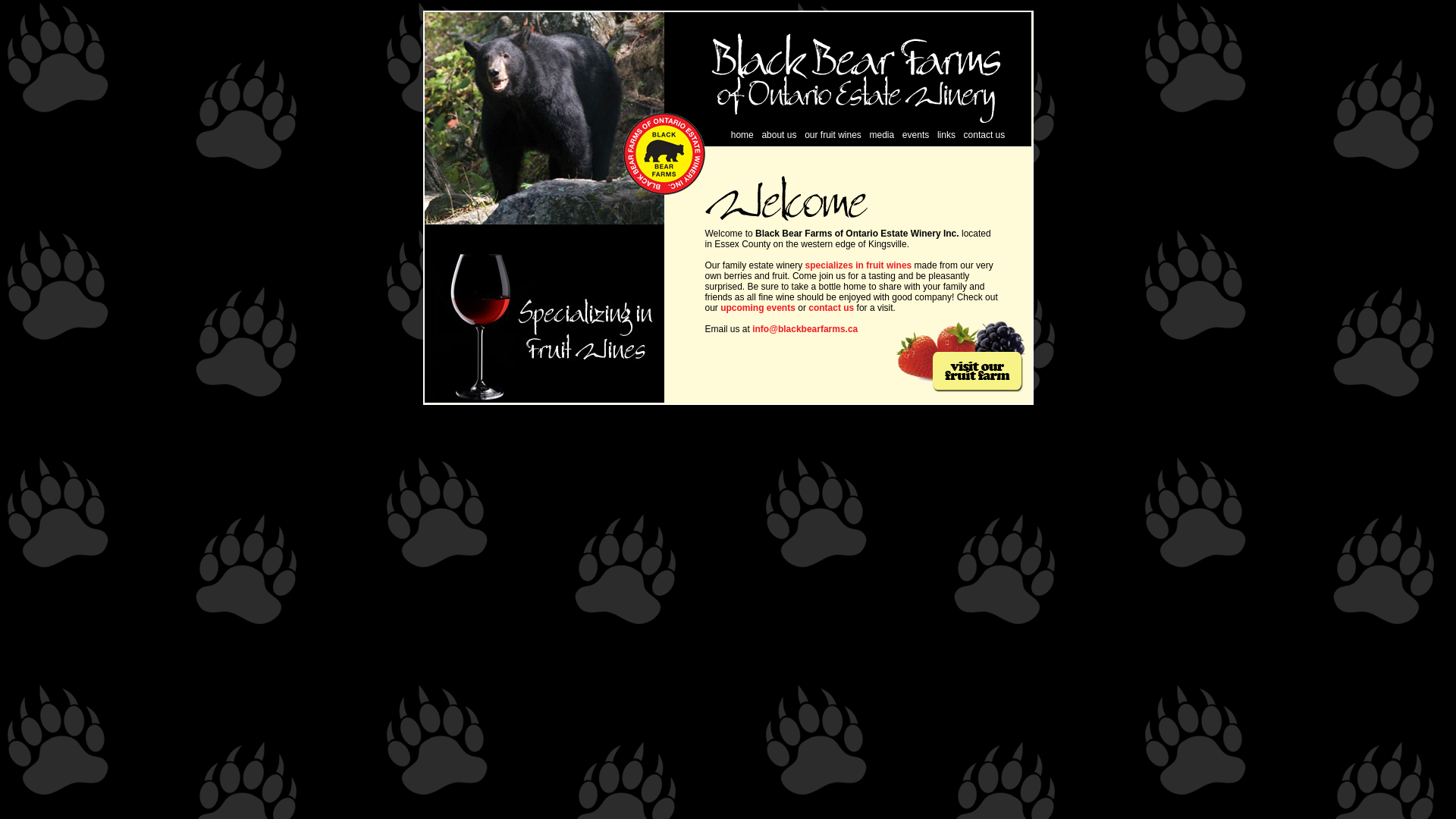  Describe the element at coordinates (757, 307) in the screenshot. I see `'upcoming events'` at that location.